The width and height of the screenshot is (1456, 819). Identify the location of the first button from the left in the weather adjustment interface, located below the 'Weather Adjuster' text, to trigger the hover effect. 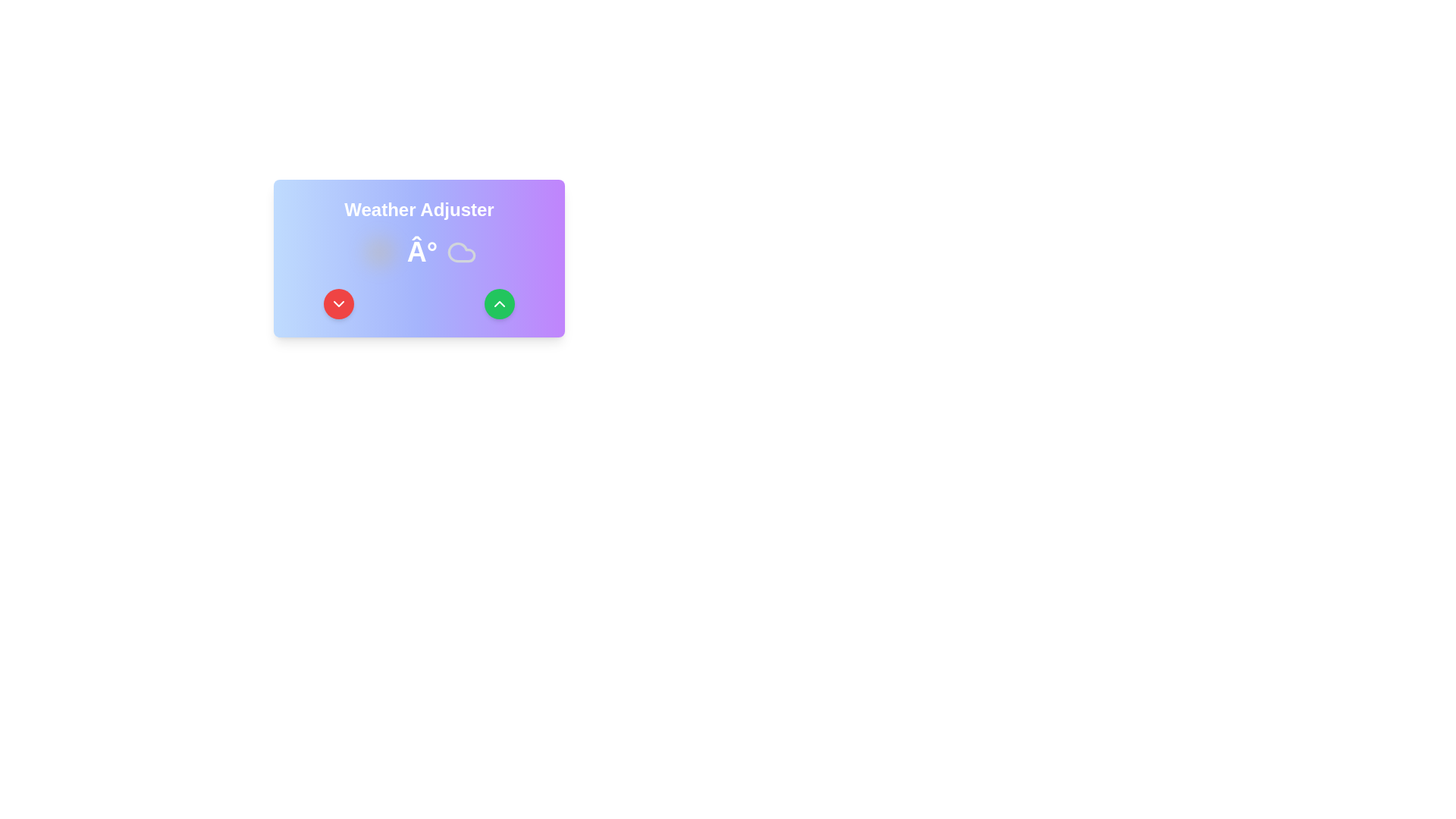
(337, 304).